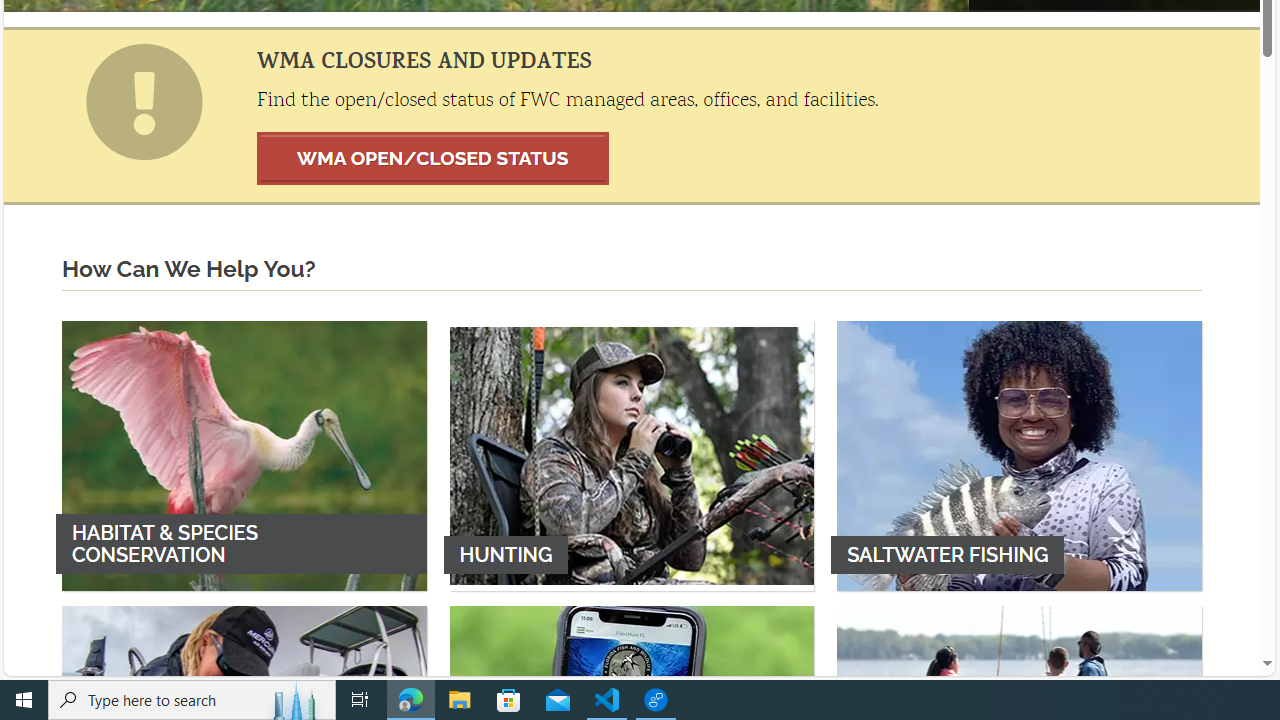 The width and height of the screenshot is (1280, 720). Describe the element at coordinates (243, 455) in the screenshot. I see `'HABITAT & SPECIES CONSERVATION'` at that location.